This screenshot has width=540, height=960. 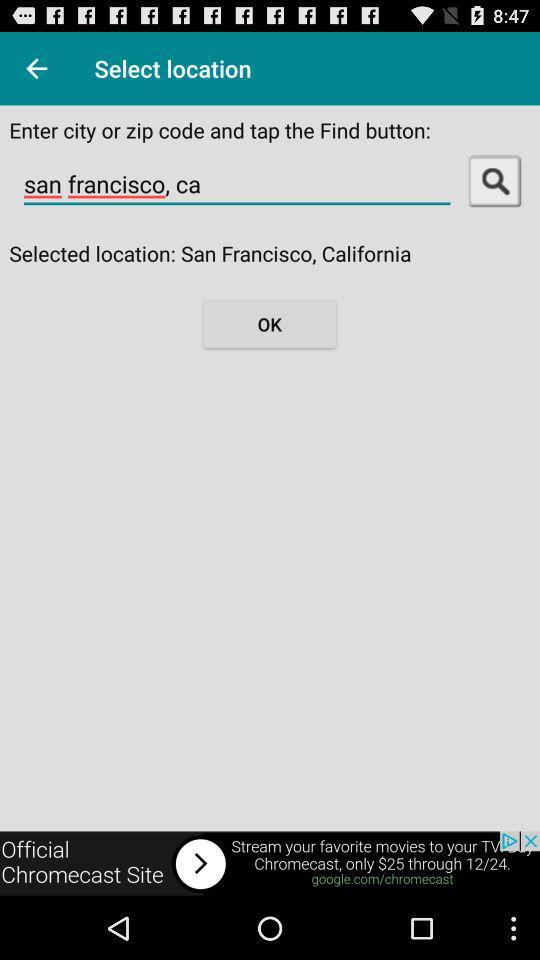 I want to click on go back, so click(x=36, y=68).